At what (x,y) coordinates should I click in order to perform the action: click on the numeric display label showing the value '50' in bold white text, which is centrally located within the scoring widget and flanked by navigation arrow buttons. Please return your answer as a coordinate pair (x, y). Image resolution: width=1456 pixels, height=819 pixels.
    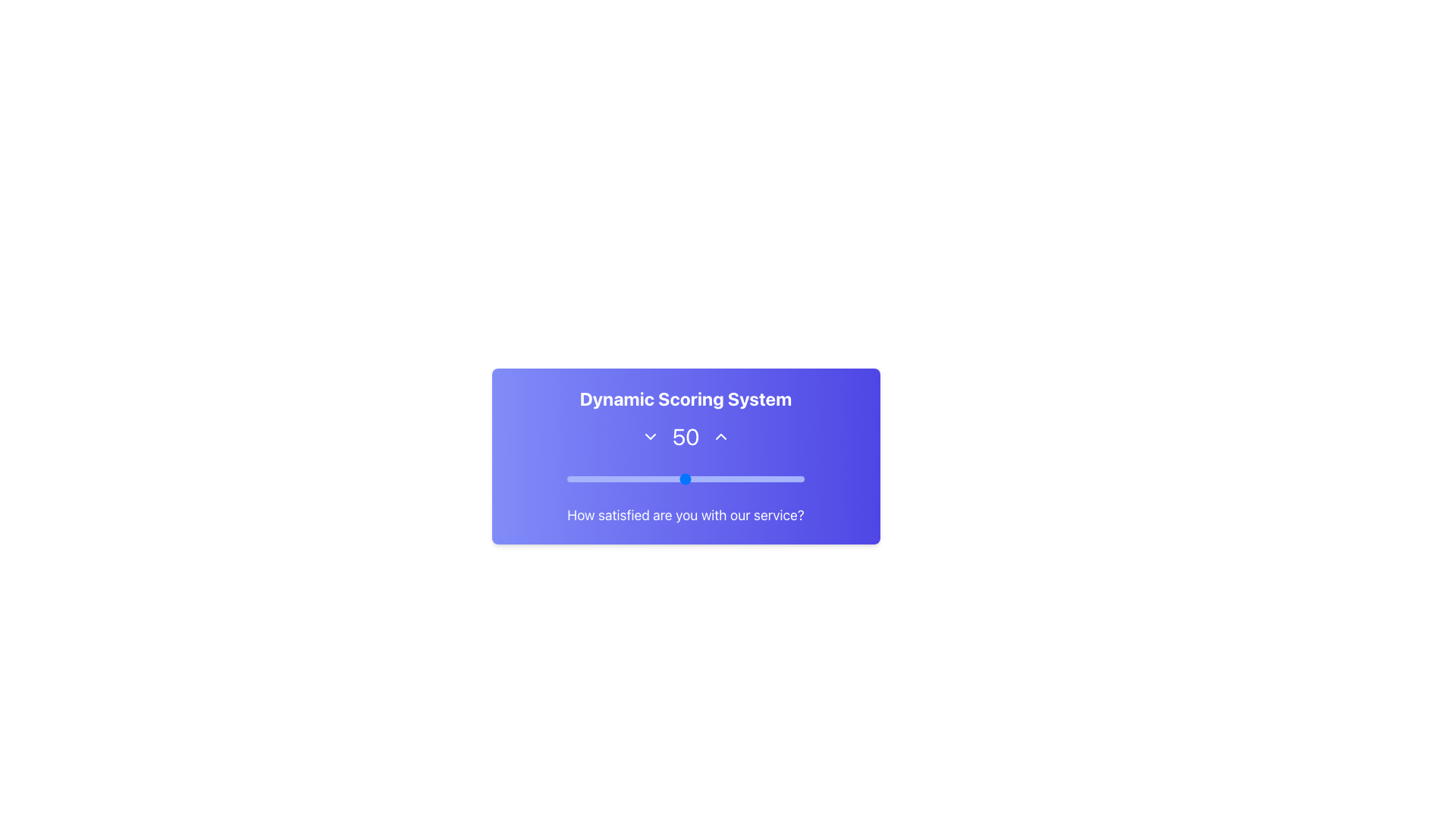
    Looking at the image, I should click on (685, 436).